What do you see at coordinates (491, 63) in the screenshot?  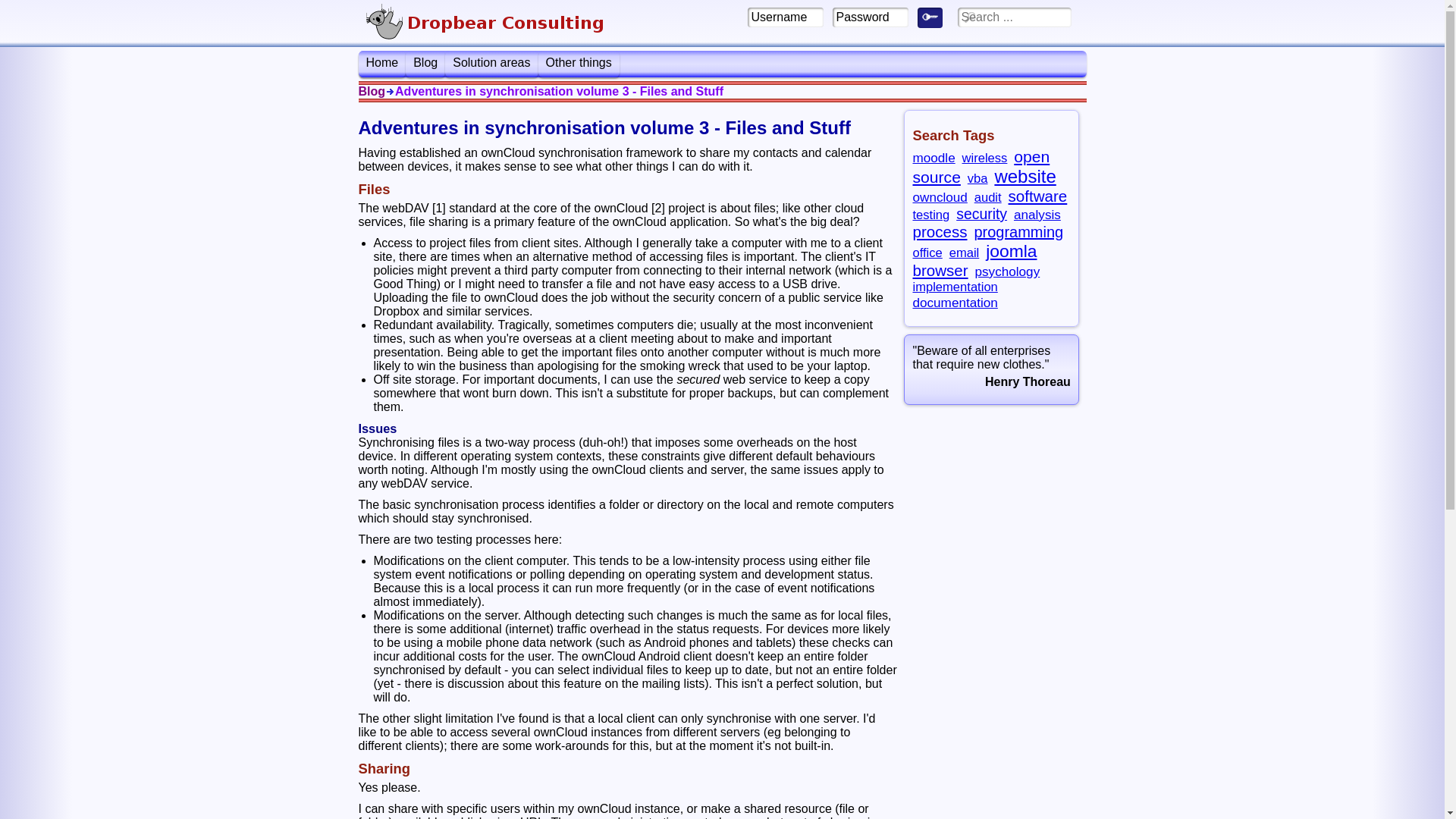 I see `'Solution areas'` at bounding box center [491, 63].